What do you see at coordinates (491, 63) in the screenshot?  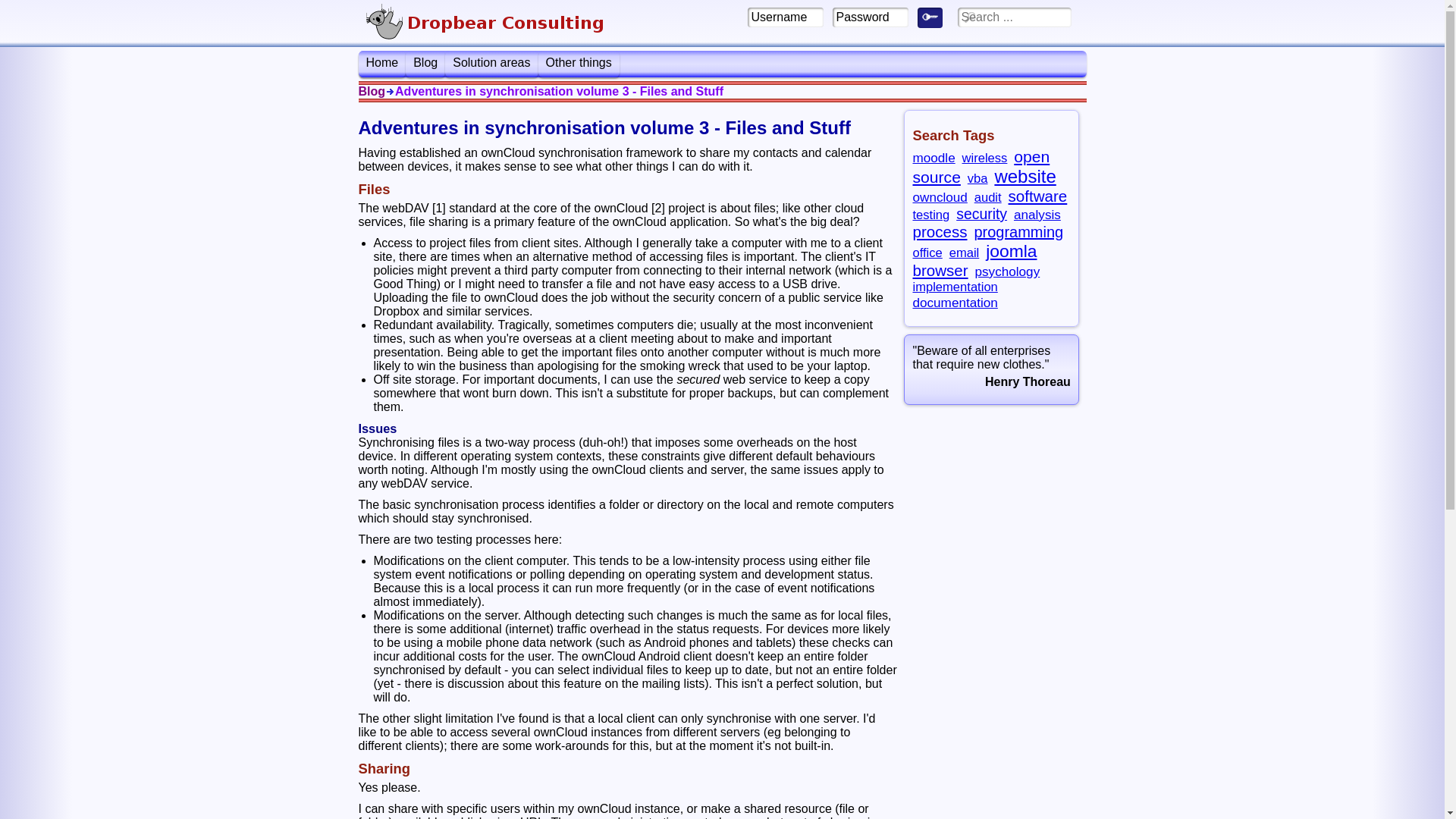 I see `'Solution areas'` at bounding box center [491, 63].